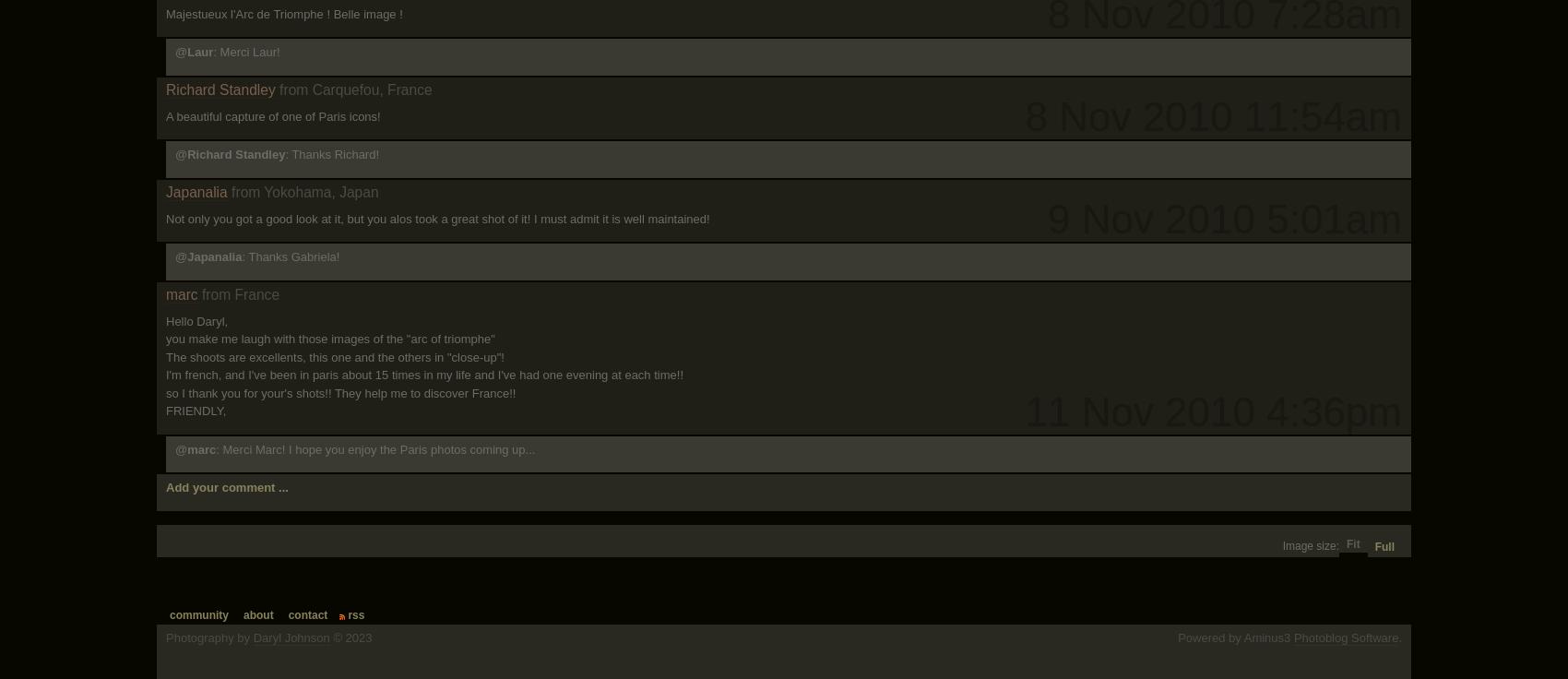 The image size is (1568, 679). I want to click on 'from Yokohama, Japan', so click(231, 190).